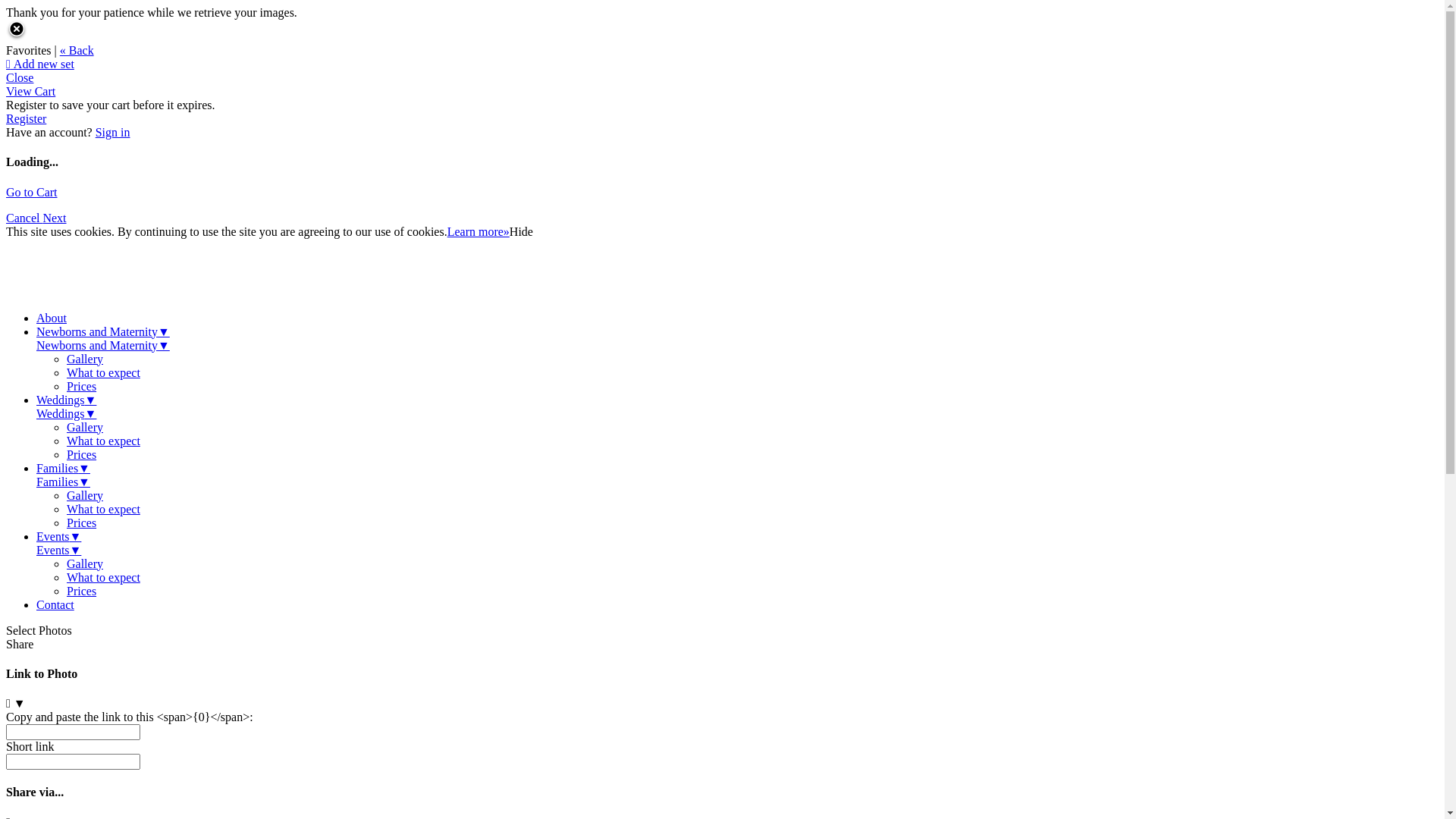 The width and height of the screenshot is (1456, 819). I want to click on 'Hide', so click(521, 231).